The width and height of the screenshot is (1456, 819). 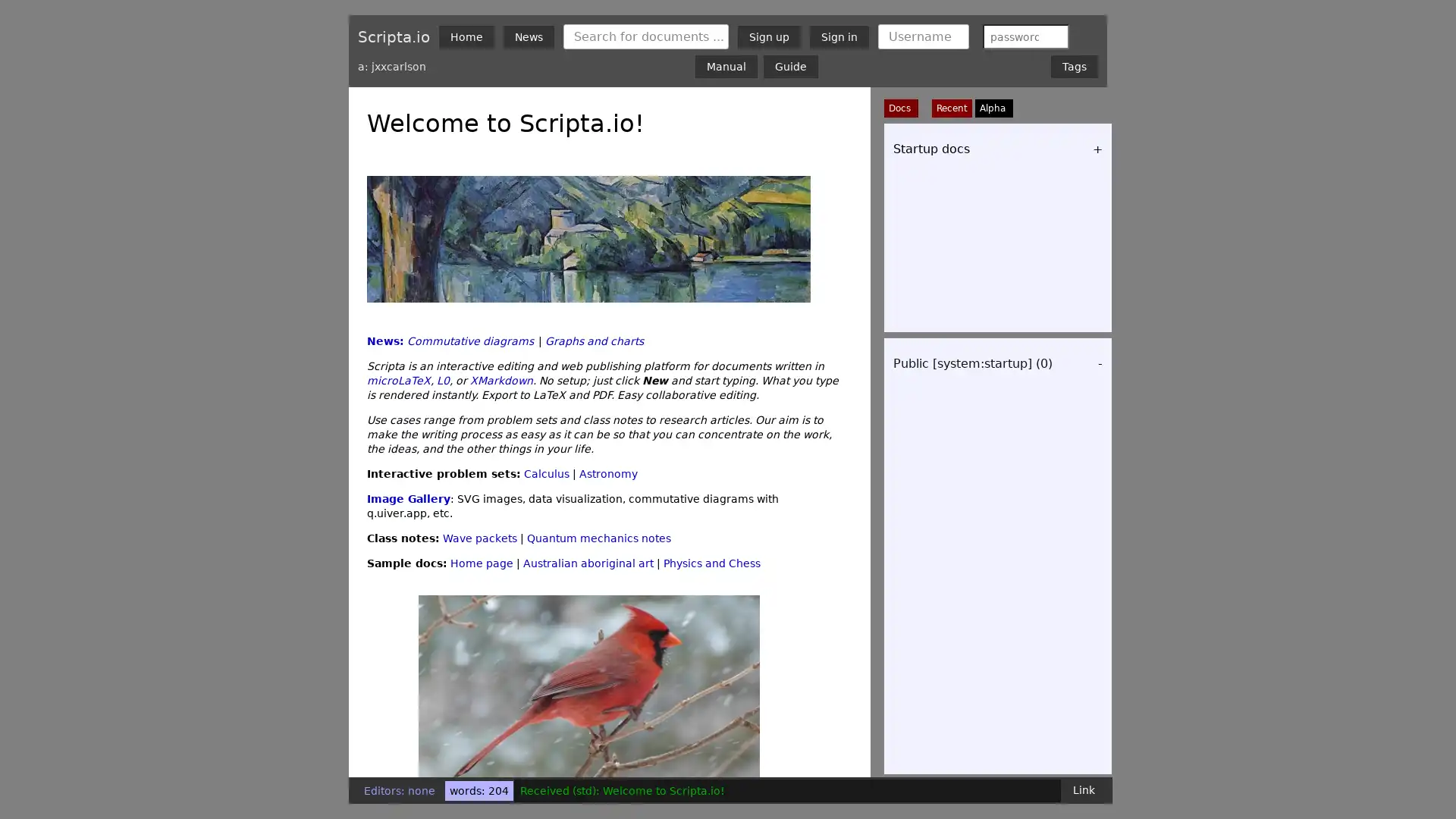 I want to click on Home page, so click(x=481, y=563).